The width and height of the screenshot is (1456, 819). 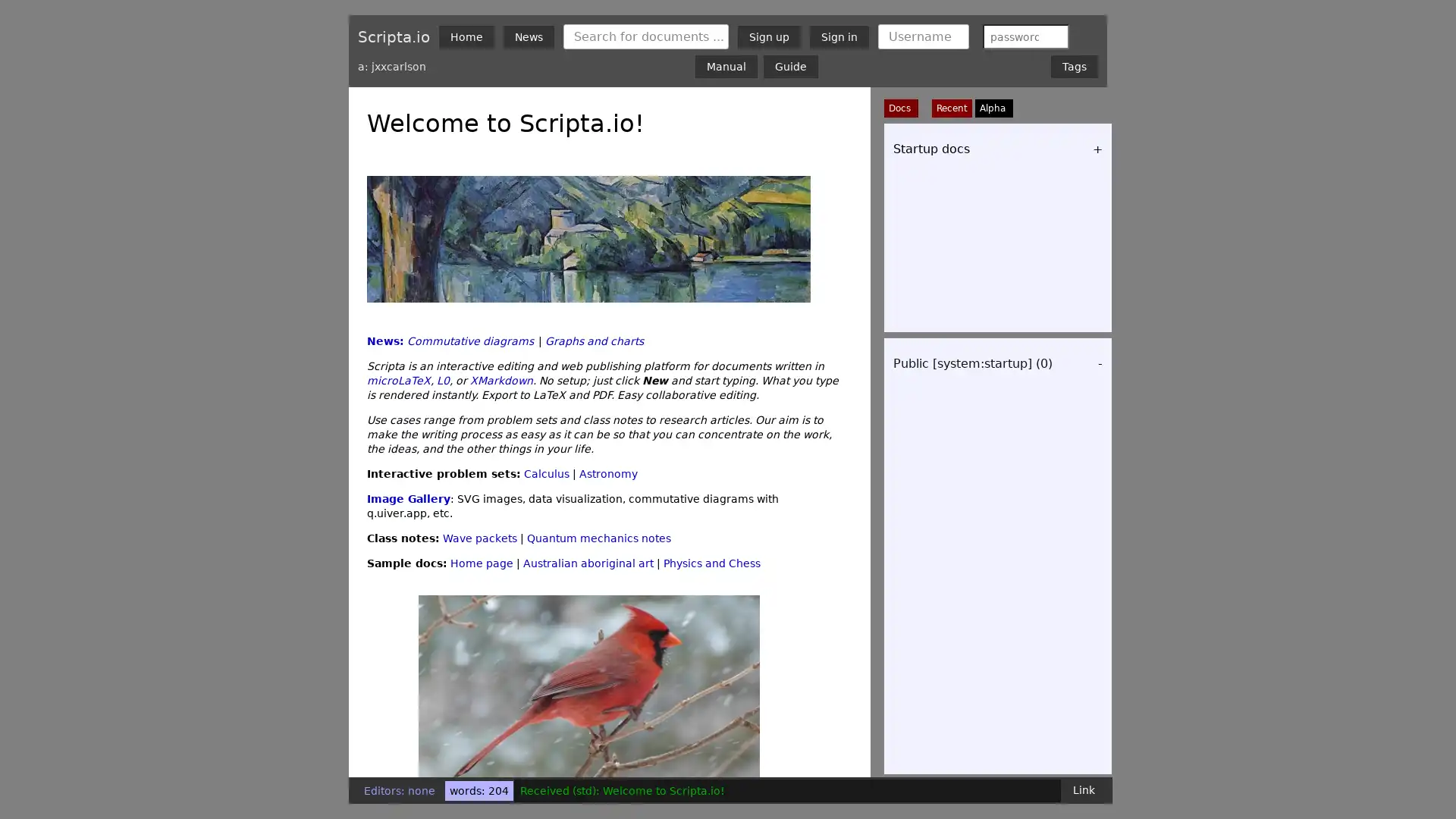 I want to click on Home page, so click(x=481, y=563).